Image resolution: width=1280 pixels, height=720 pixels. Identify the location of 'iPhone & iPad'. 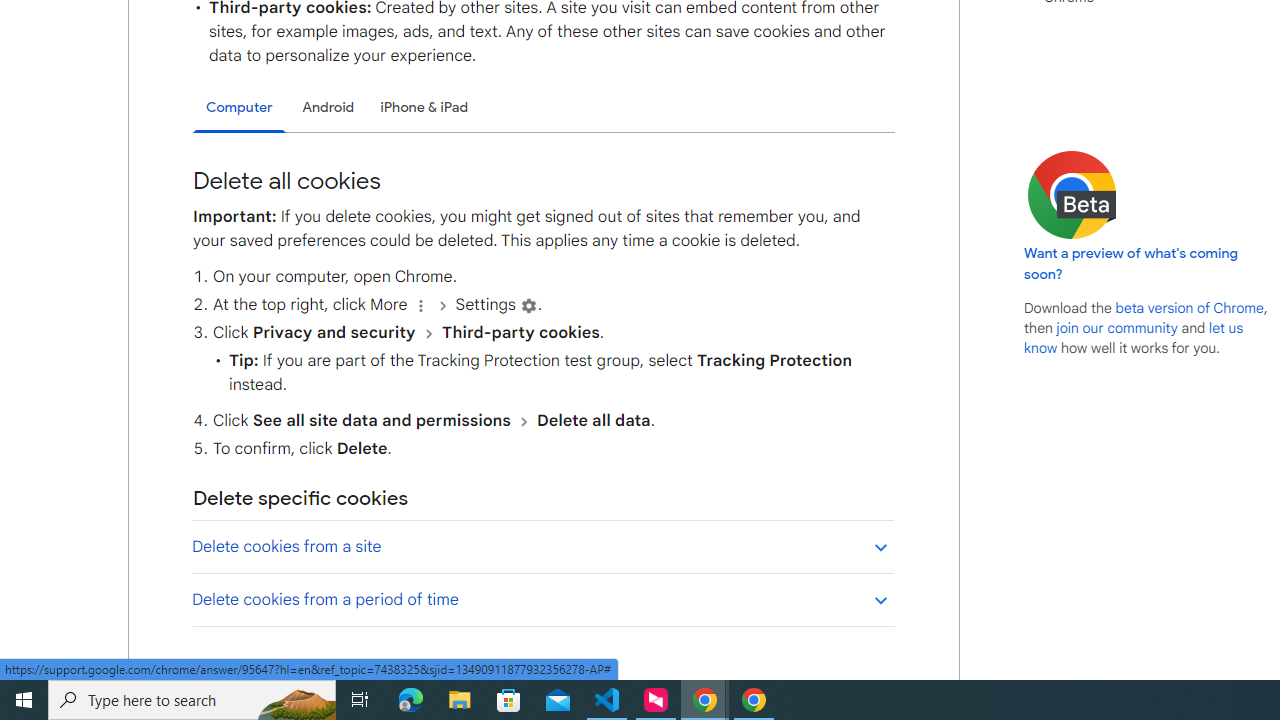
(423, 107).